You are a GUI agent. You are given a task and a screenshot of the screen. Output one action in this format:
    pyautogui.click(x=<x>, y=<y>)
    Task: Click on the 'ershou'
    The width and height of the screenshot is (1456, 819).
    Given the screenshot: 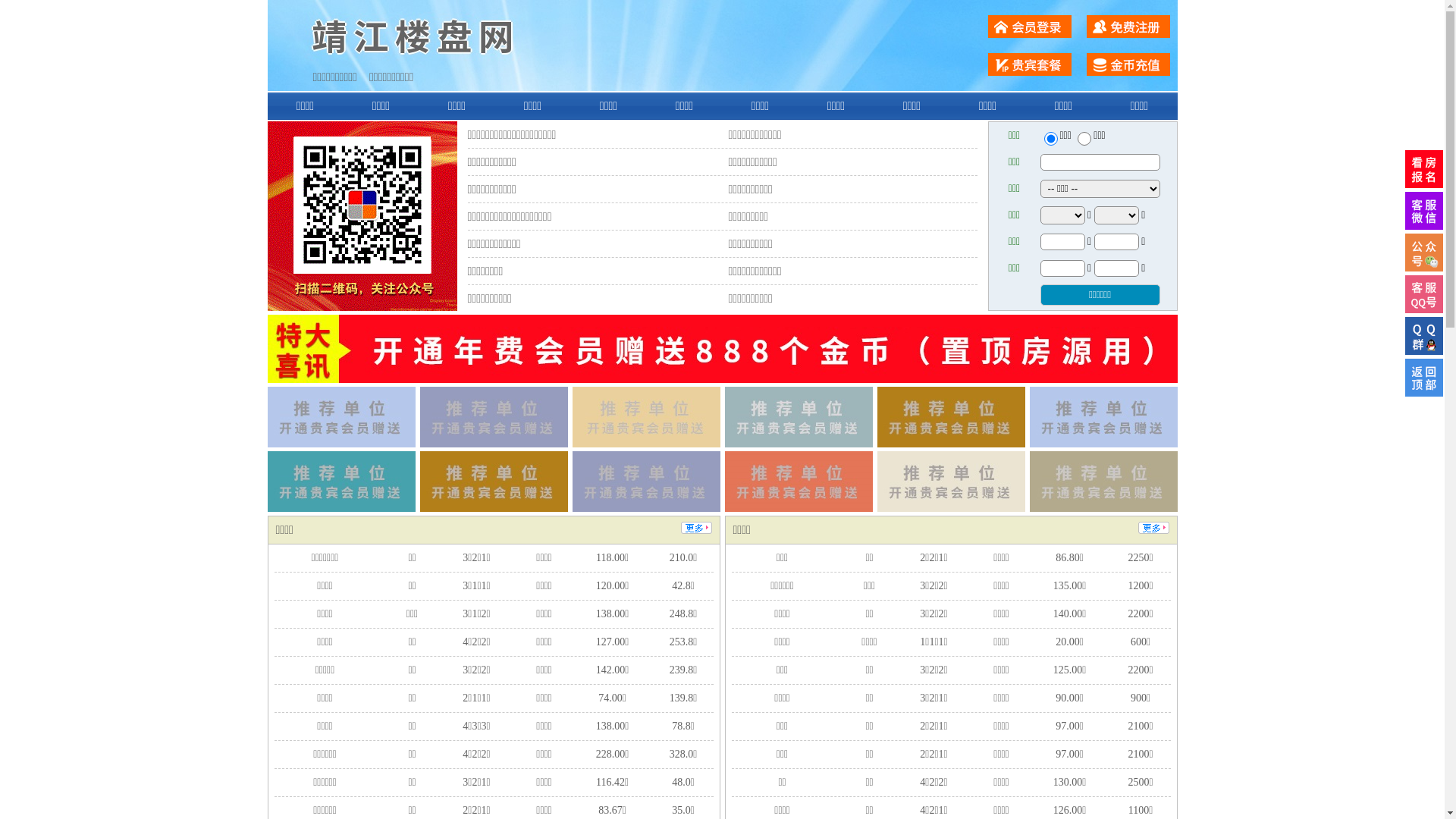 What is the action you would take?
    pyautogui.click(x=1043, y=138)
    